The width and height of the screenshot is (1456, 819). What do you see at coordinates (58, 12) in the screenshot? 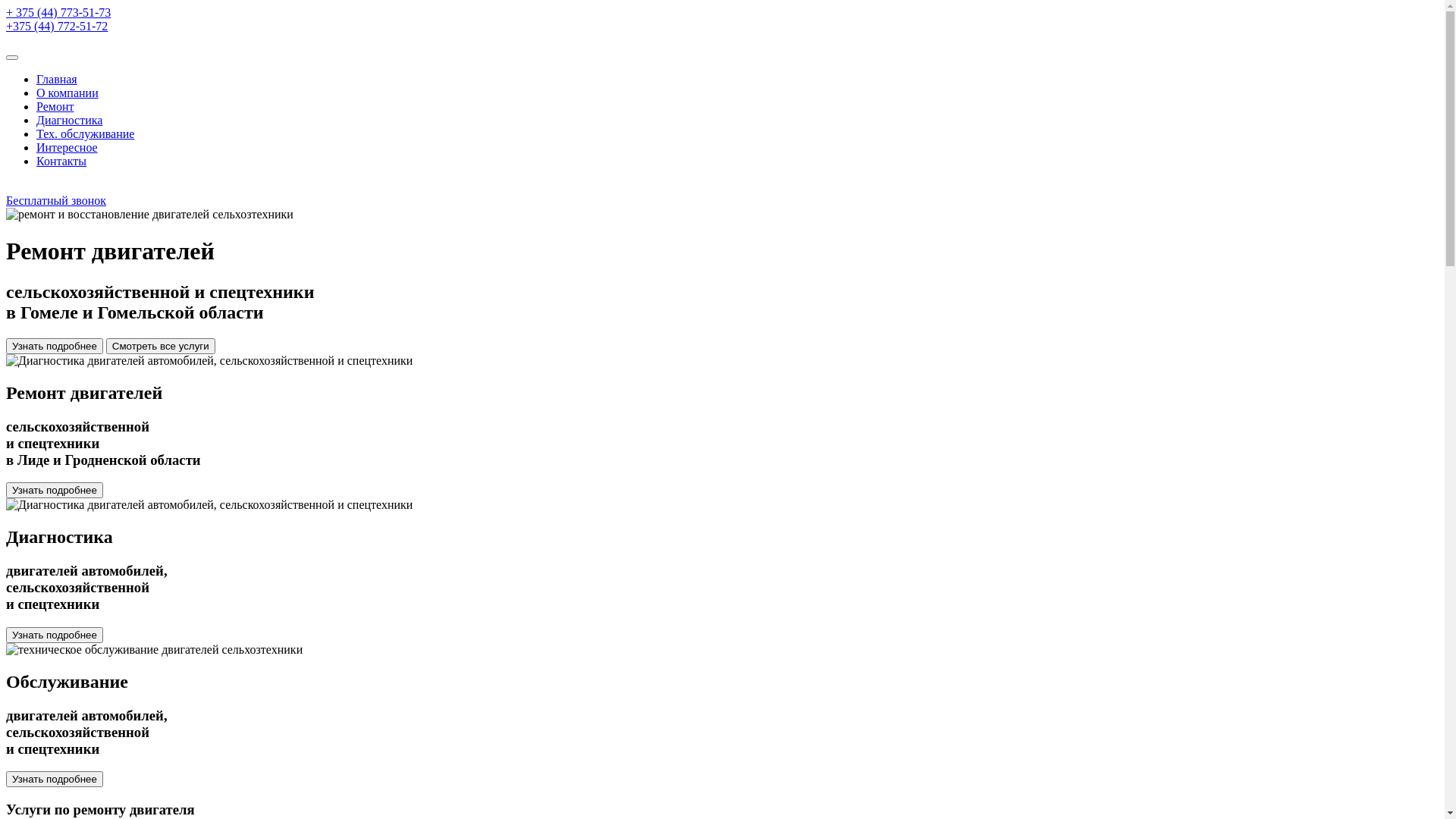
I see `'+ 375 (44) 773-51-73'` at bounding box center [58, 12].